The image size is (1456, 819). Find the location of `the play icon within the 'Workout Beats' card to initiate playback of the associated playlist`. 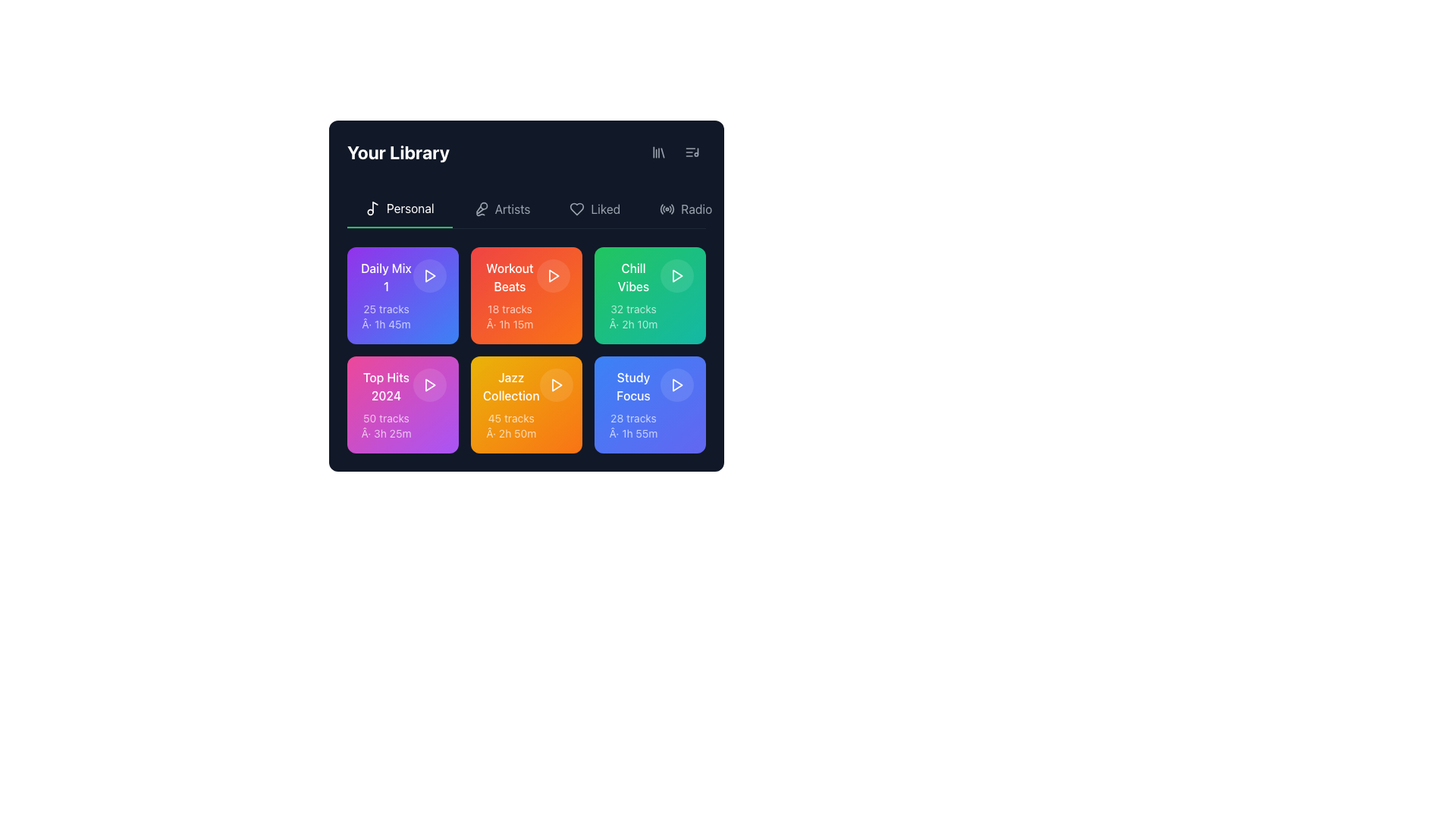

the play icon within the 'Workout Beats' card to initiate playback of the associated playlist is located at coordinates (553, 275).